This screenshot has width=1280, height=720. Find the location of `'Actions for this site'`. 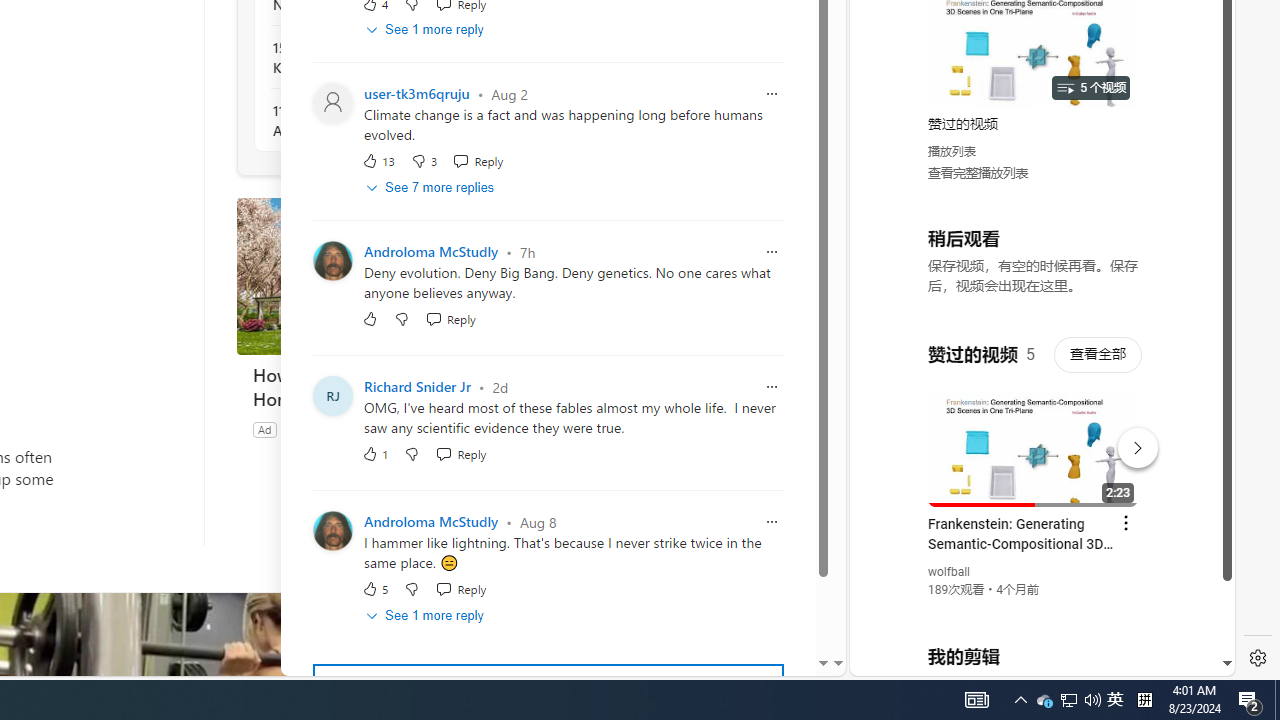

'Actions for this site' is located at coordinates (1131, 442).